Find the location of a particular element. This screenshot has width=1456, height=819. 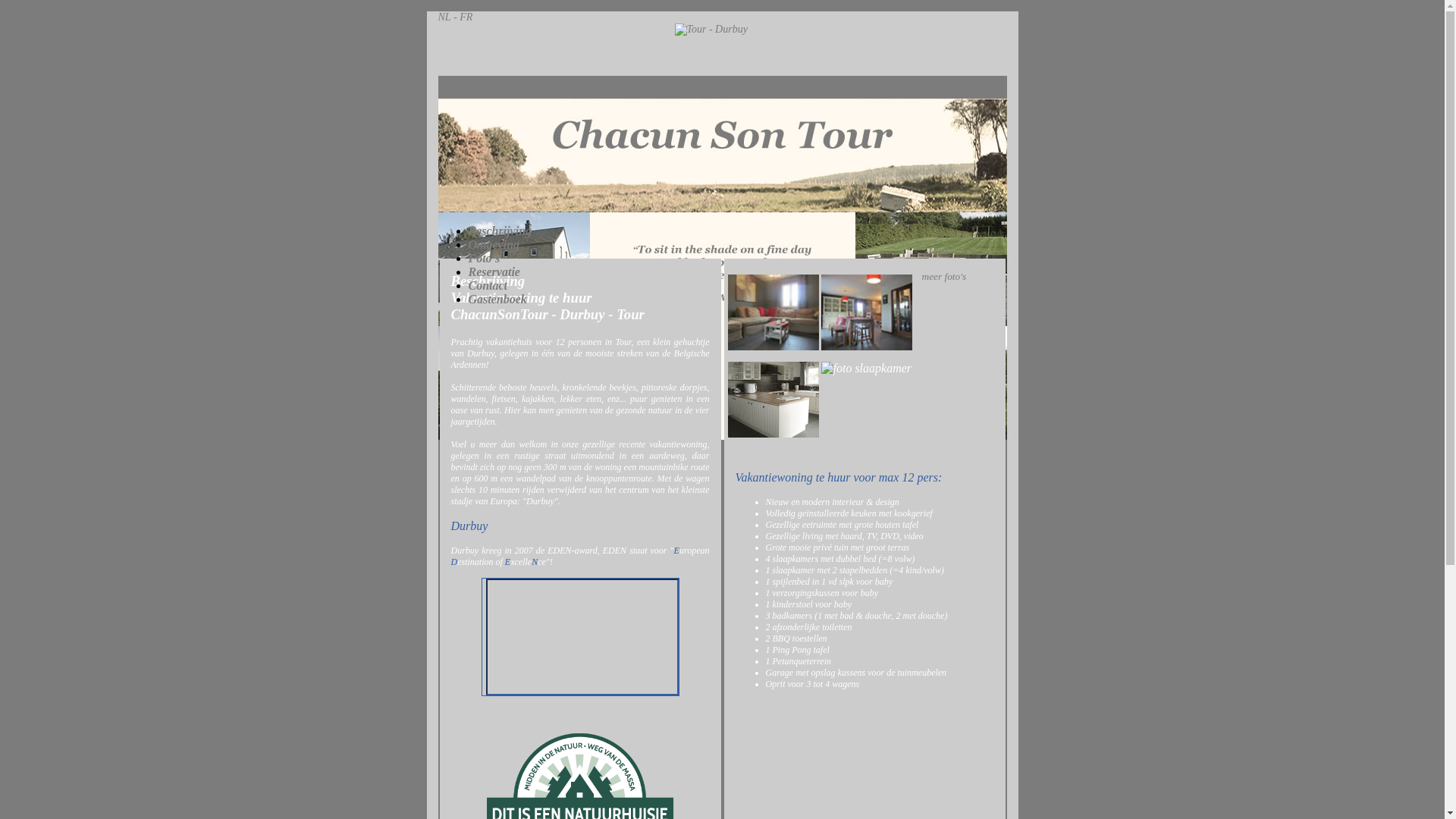

'Reservatie' is located at coordinates (494, 271).